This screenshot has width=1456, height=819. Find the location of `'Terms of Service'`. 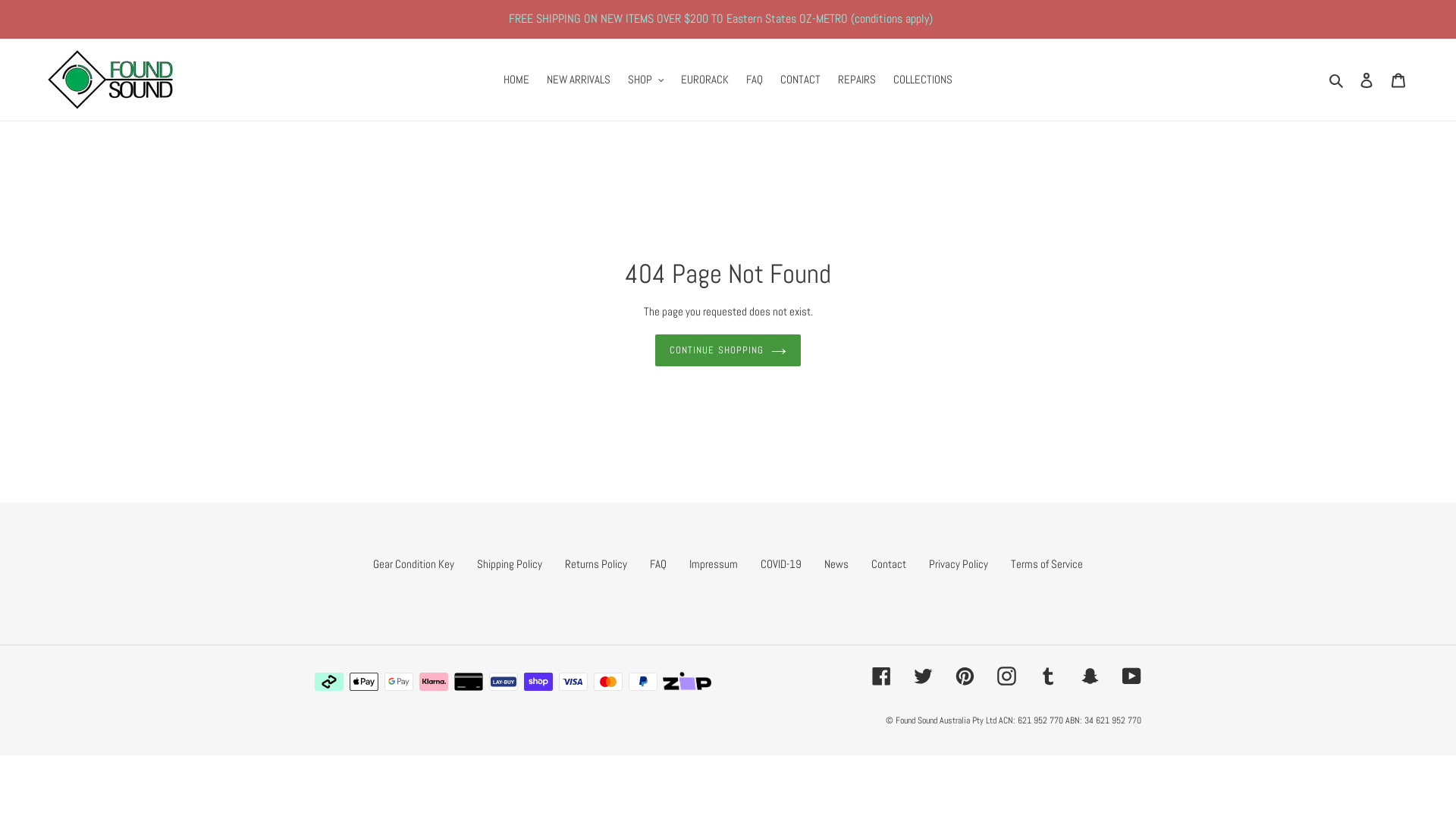

'Terms of Service' is located at coordinates (1046, 563).